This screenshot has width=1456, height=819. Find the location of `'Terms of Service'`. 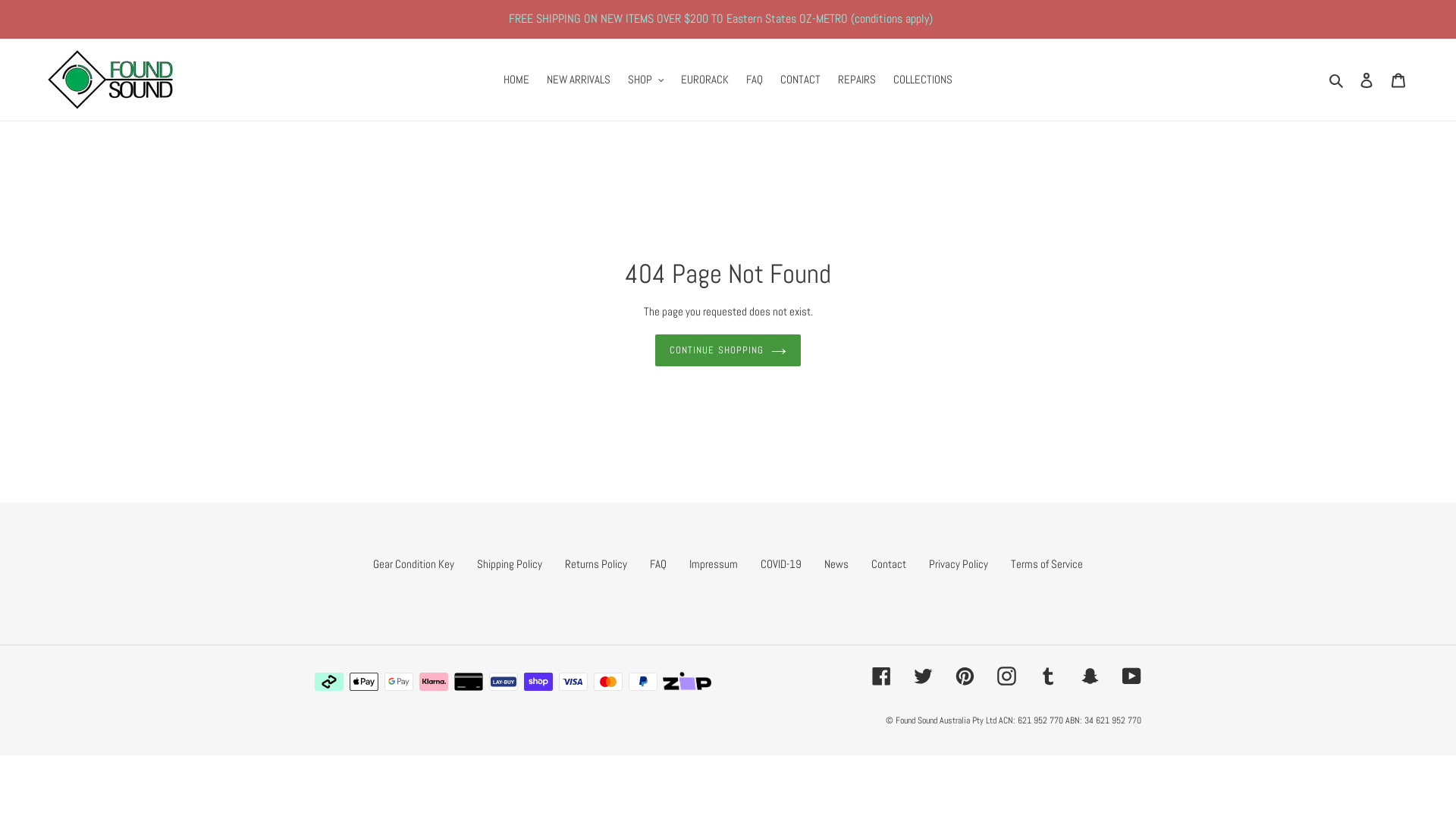

'Terms of Service' is located at coordinates (1046, 563).